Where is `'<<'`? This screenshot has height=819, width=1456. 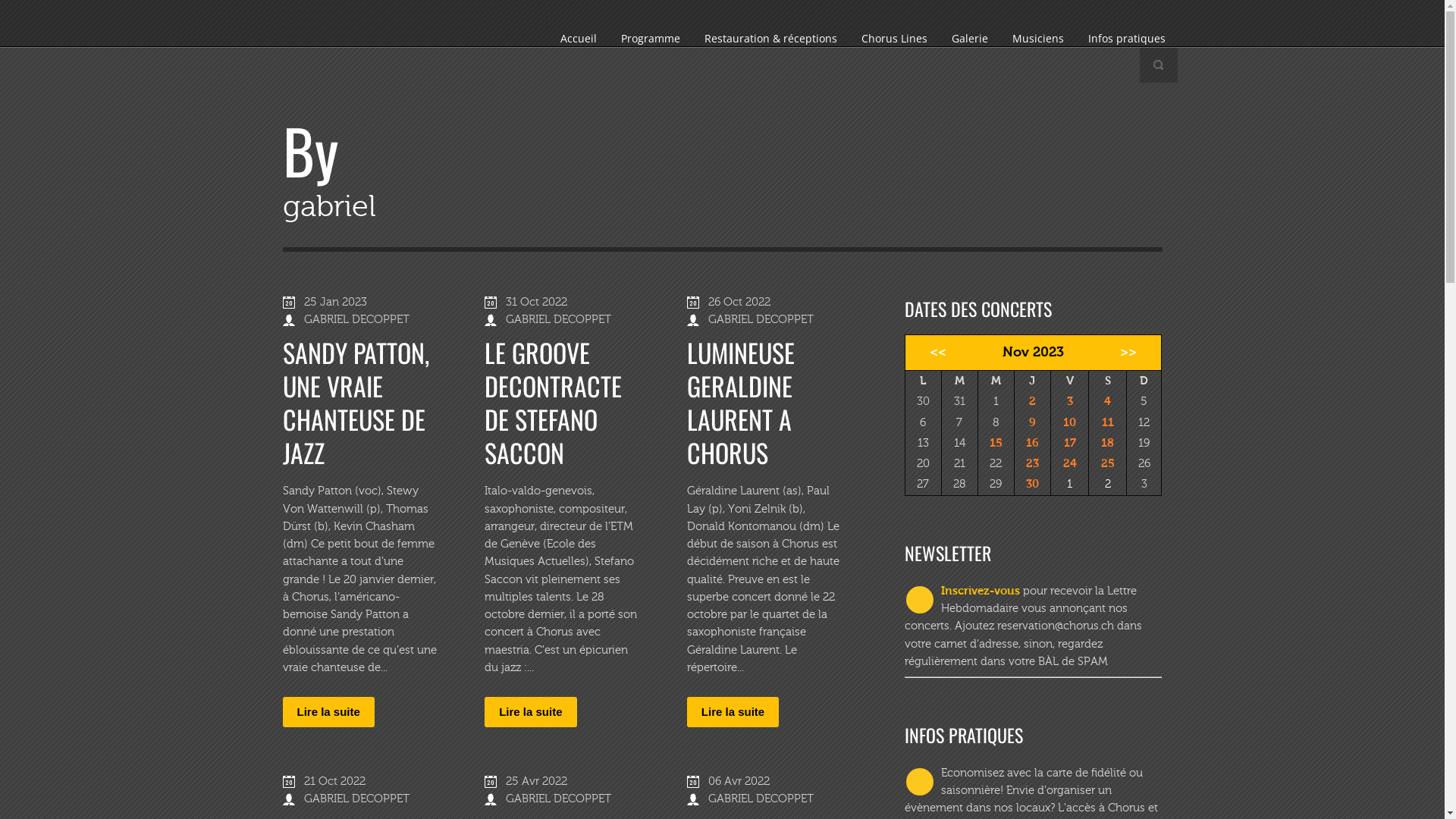 '<<' is located at coordinates (933, 353).